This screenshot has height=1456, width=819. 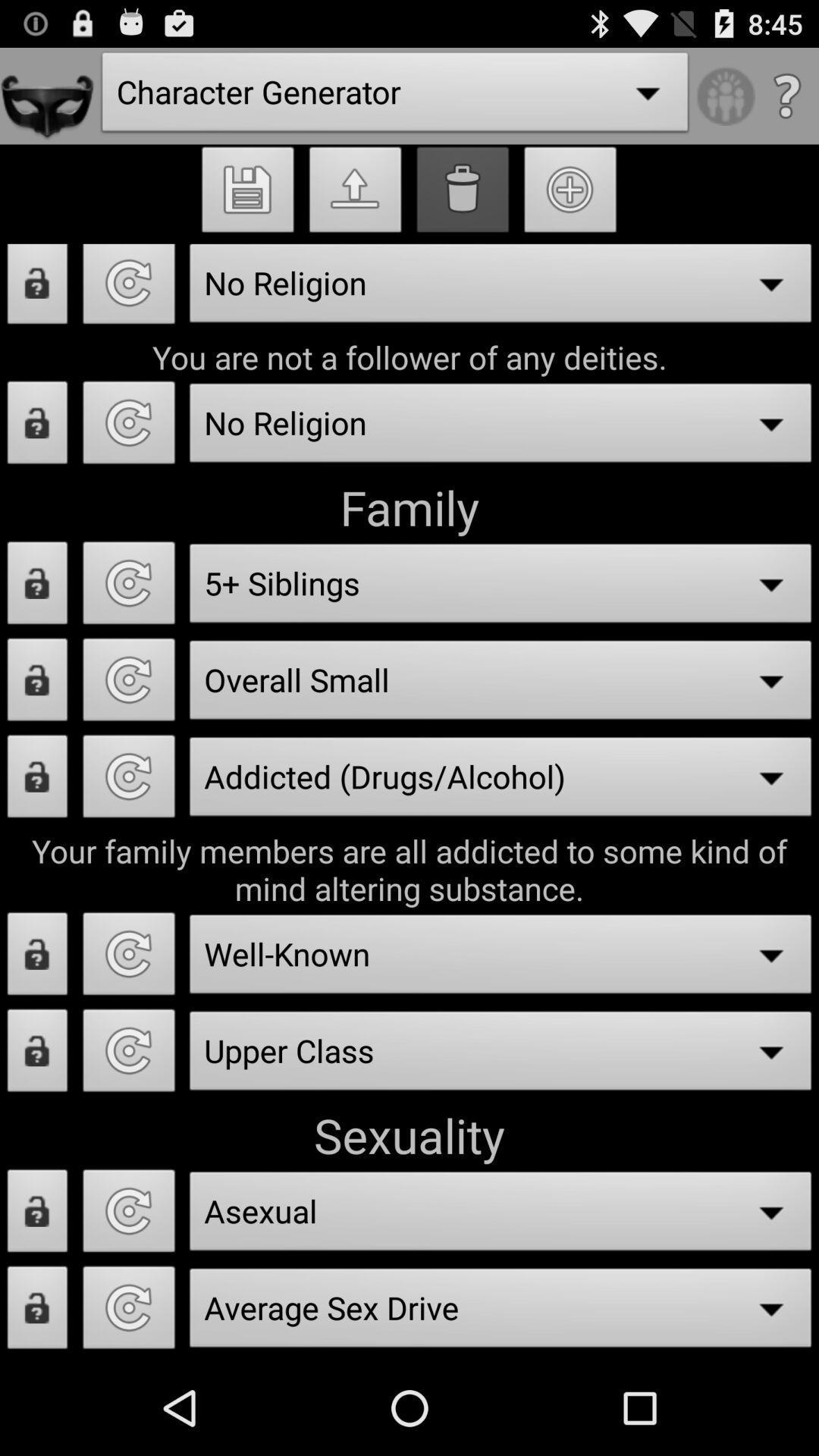 What do you see at coordinates (36, 1128) in the screenshot?
I see `the lock icon` at bounding box center [36, 1128].